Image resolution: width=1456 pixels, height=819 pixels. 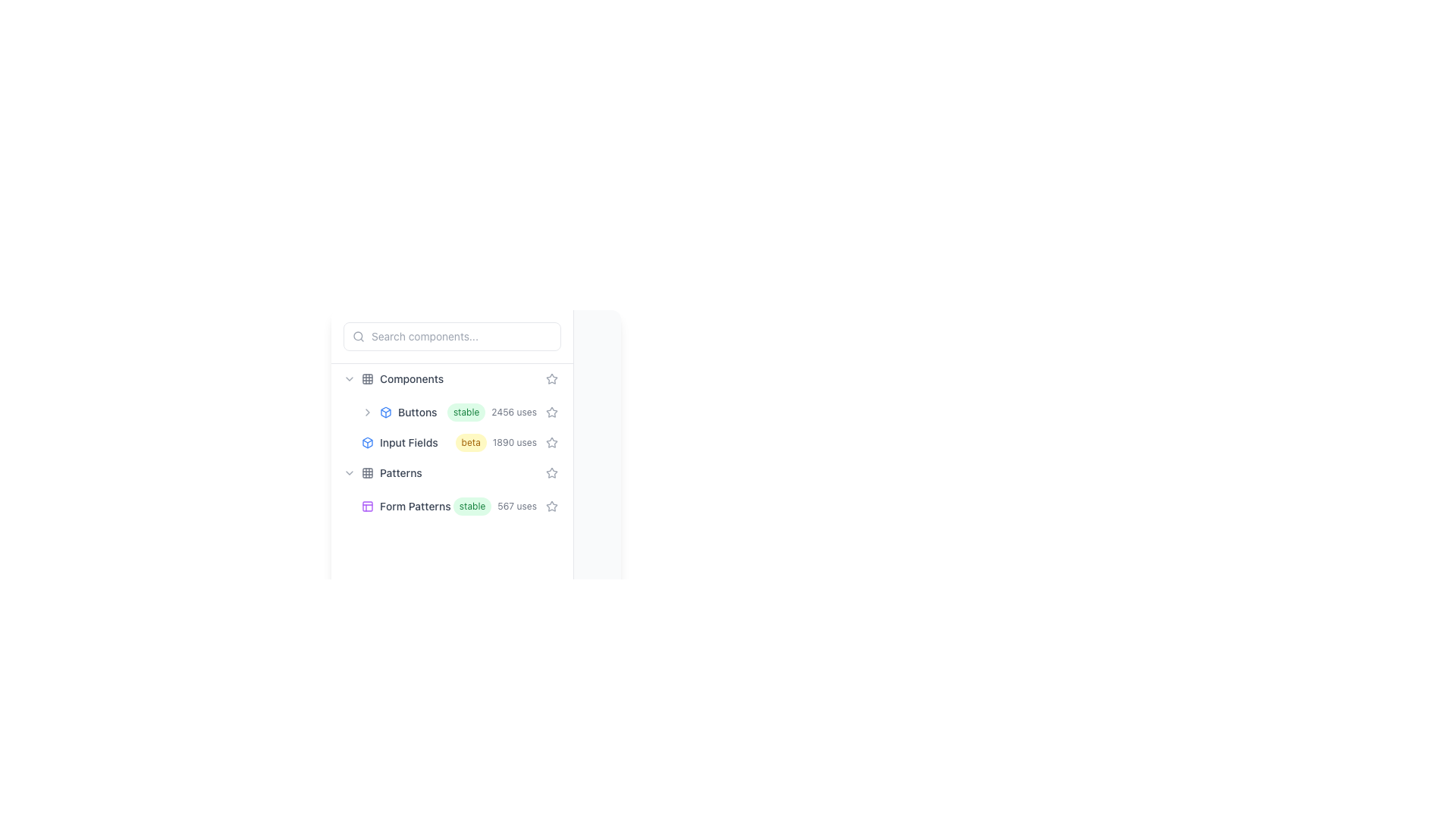 I want to click on the button located to the far right of the row containing the text 'Form Patterns stable 567 uses', so click(x=551, y=506).